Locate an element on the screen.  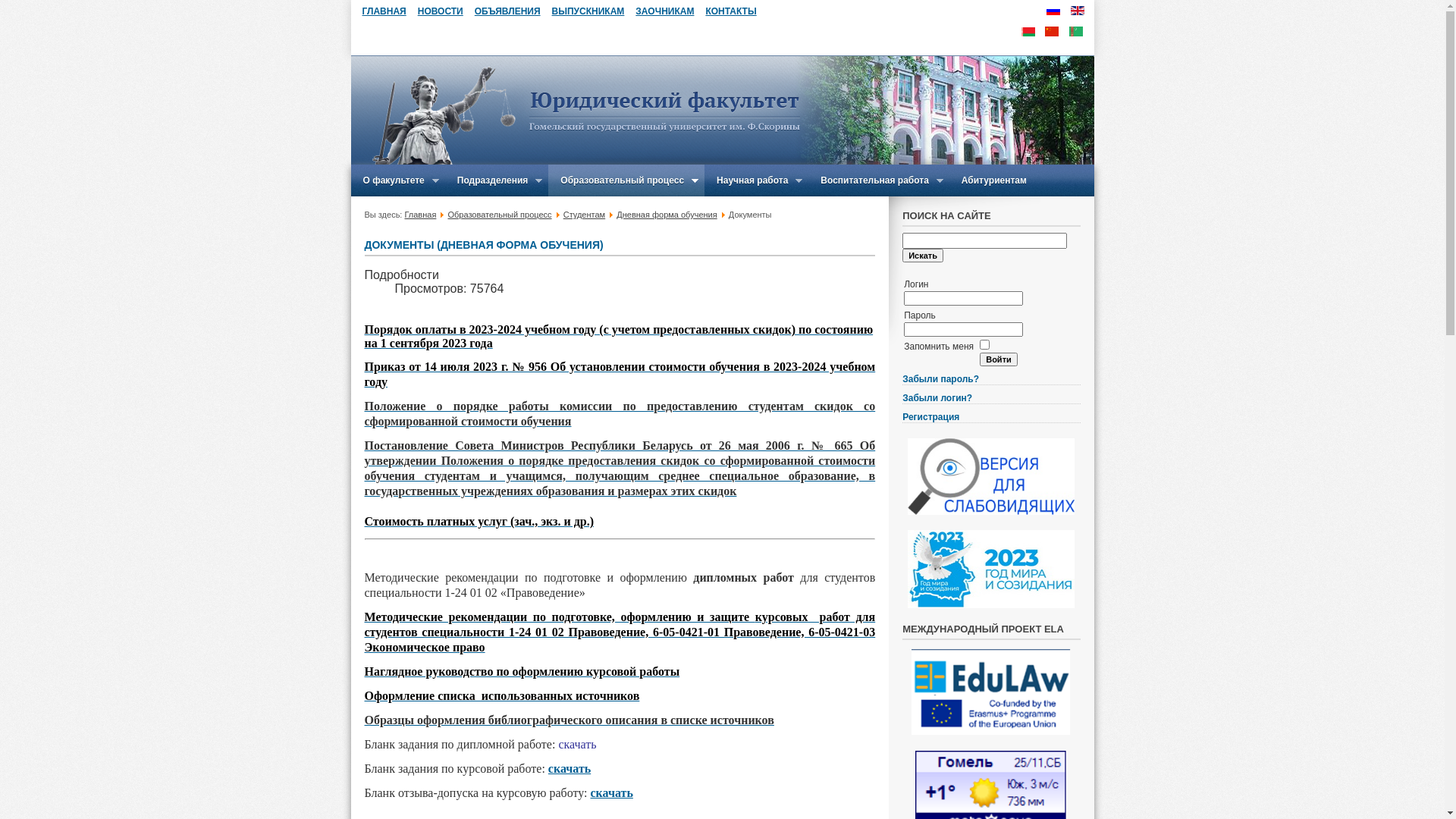
'English (UK)' is located at coordinates (1076, 11).